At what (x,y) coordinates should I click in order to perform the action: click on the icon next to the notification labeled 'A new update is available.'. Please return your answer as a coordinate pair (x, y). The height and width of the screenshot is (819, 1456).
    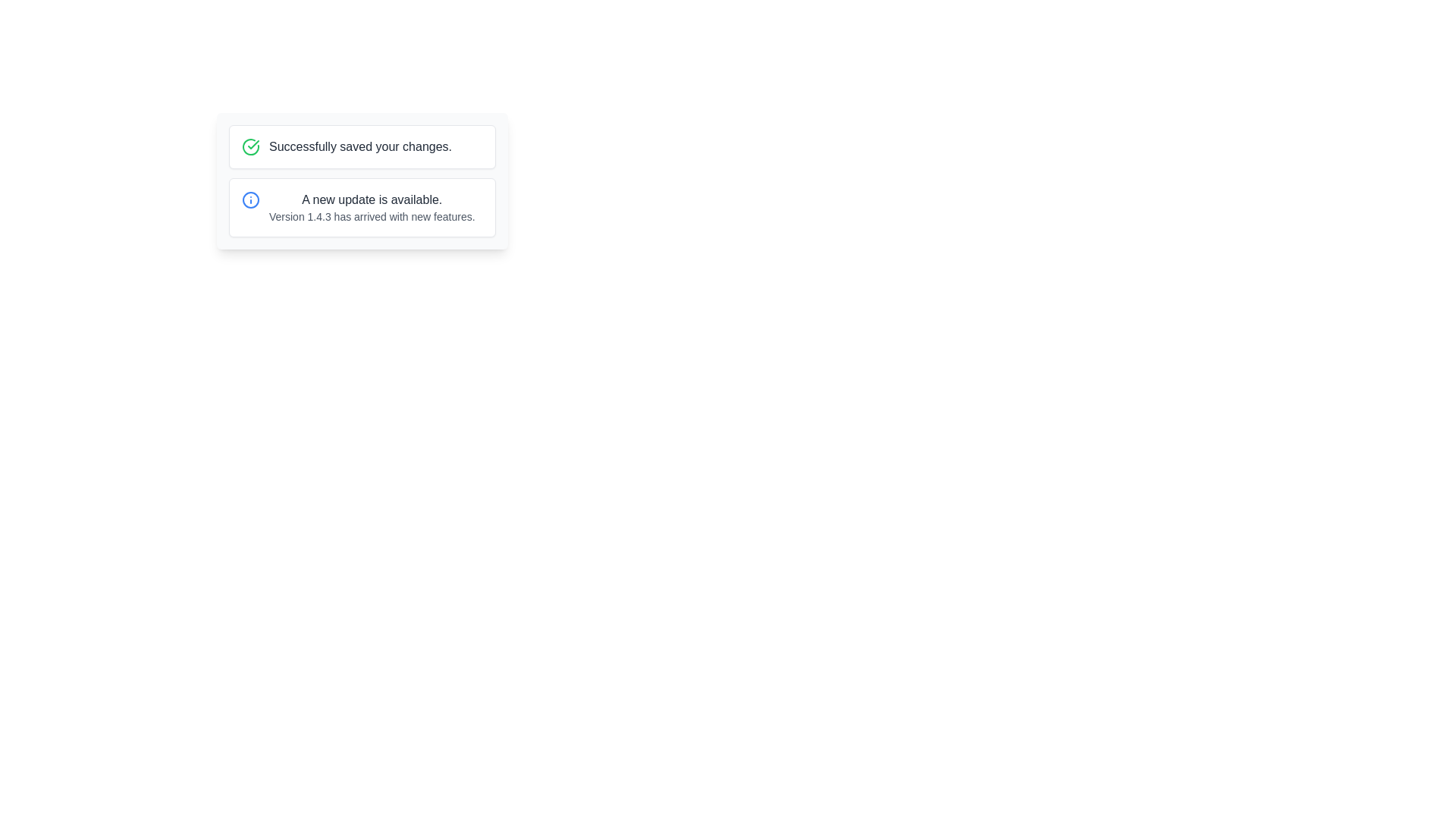
    Looking at the image, I should click on (251, 199).